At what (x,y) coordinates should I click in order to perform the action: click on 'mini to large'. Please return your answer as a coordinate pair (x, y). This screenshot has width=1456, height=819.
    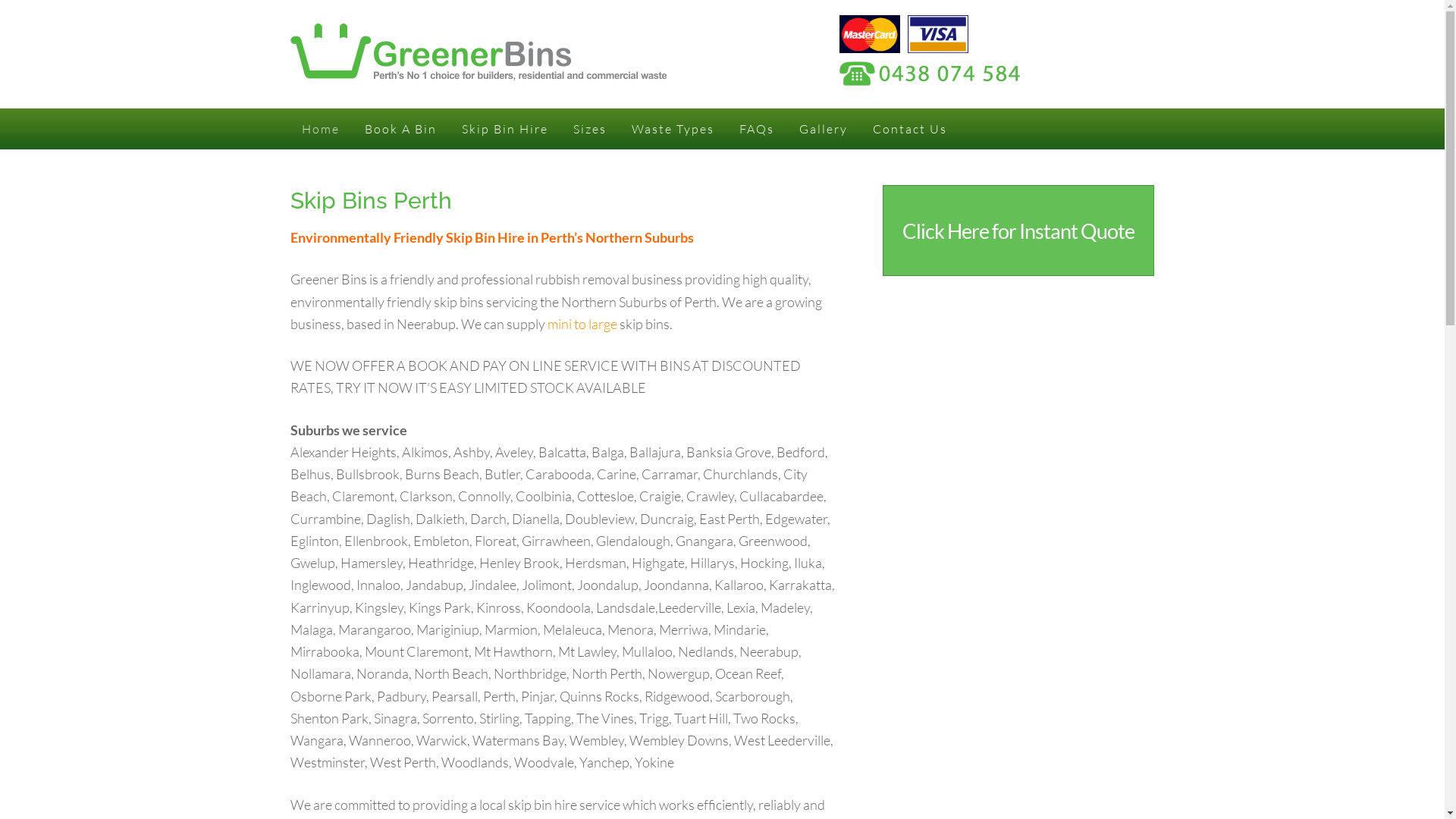
    Looking at the image, I should click on (582, 323).